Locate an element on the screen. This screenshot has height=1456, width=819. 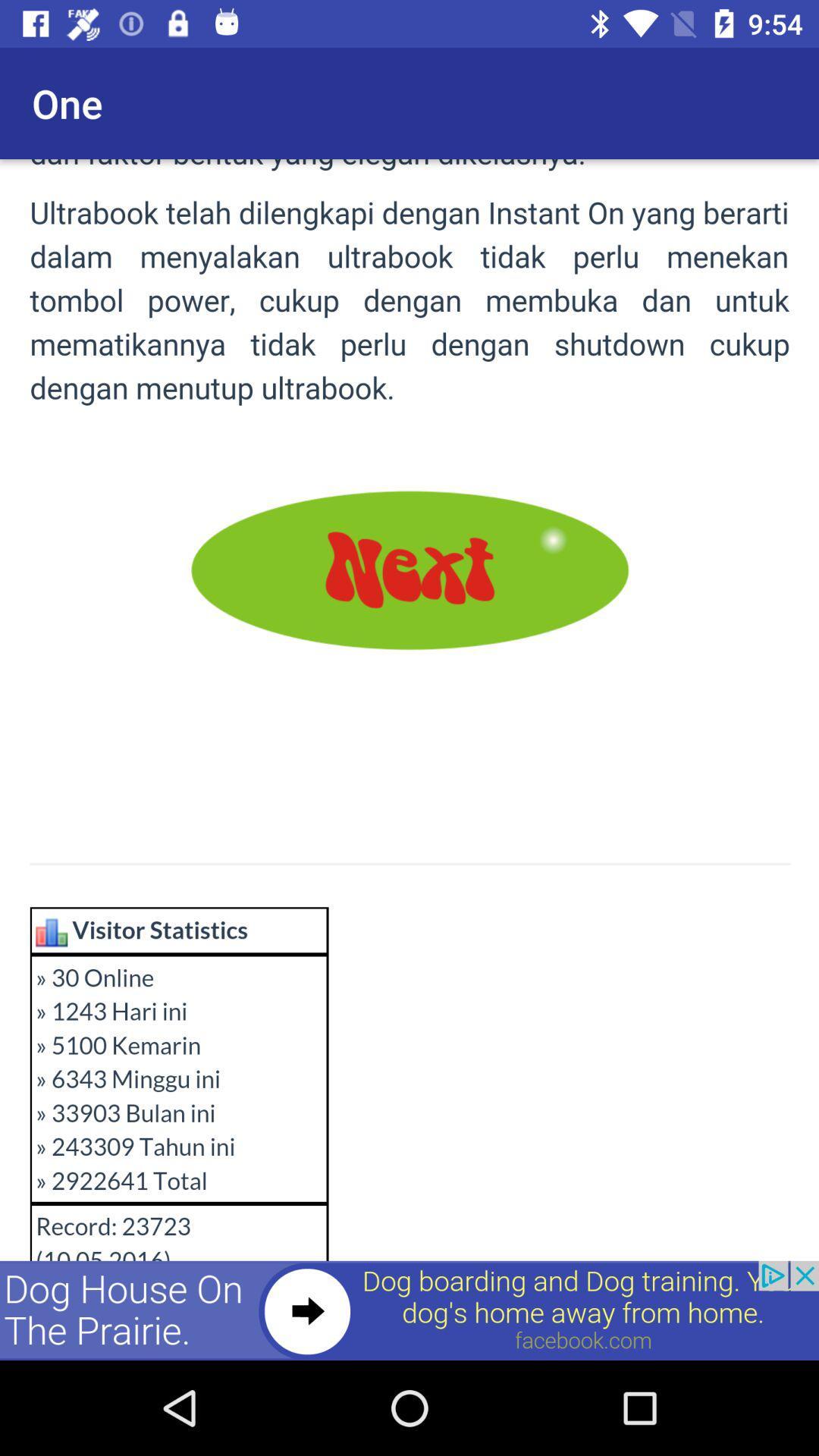
next page is located at coordinates (409, 760).